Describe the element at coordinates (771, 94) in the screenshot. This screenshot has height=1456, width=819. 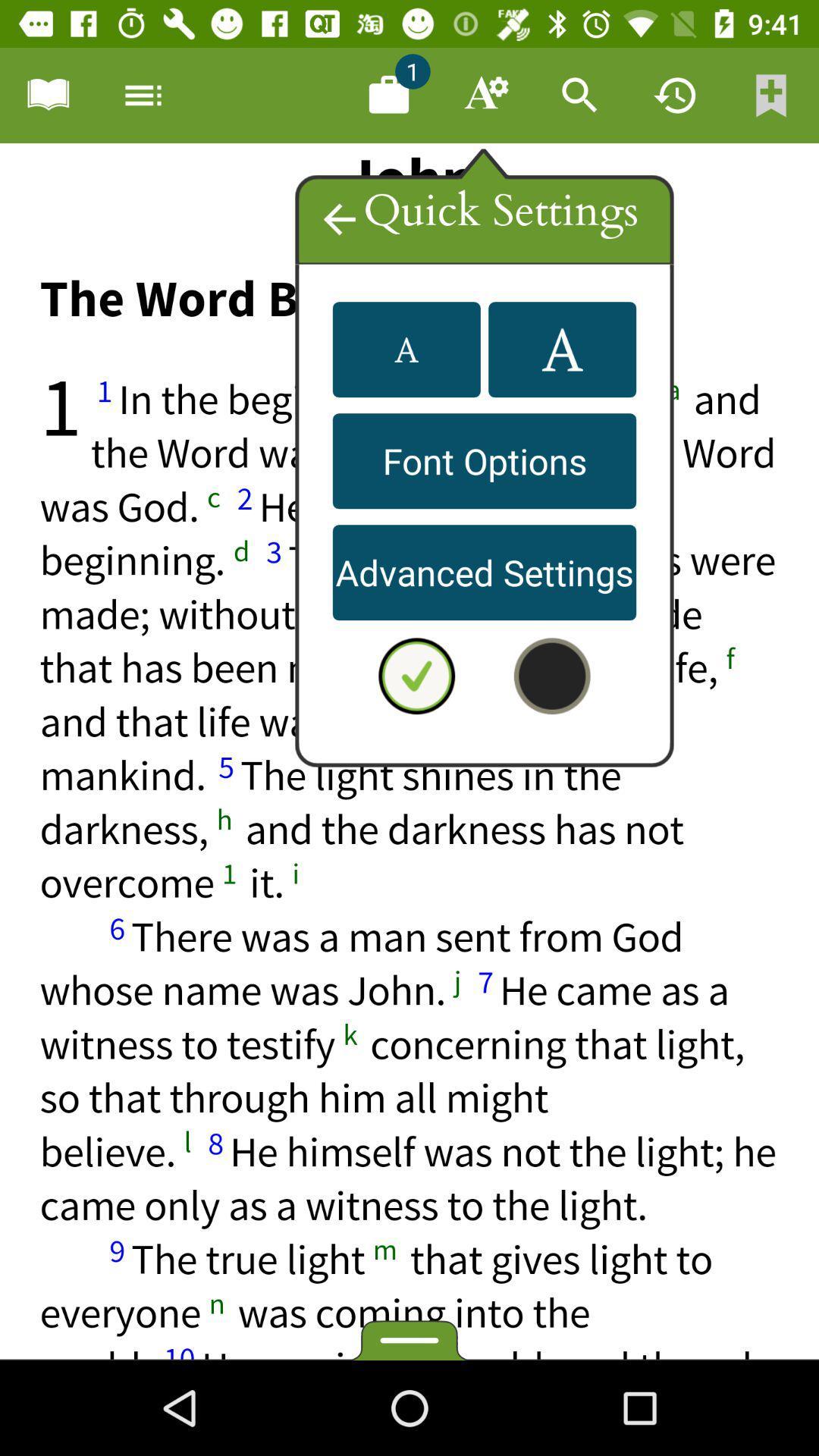
I see `bookmark page` at that location.